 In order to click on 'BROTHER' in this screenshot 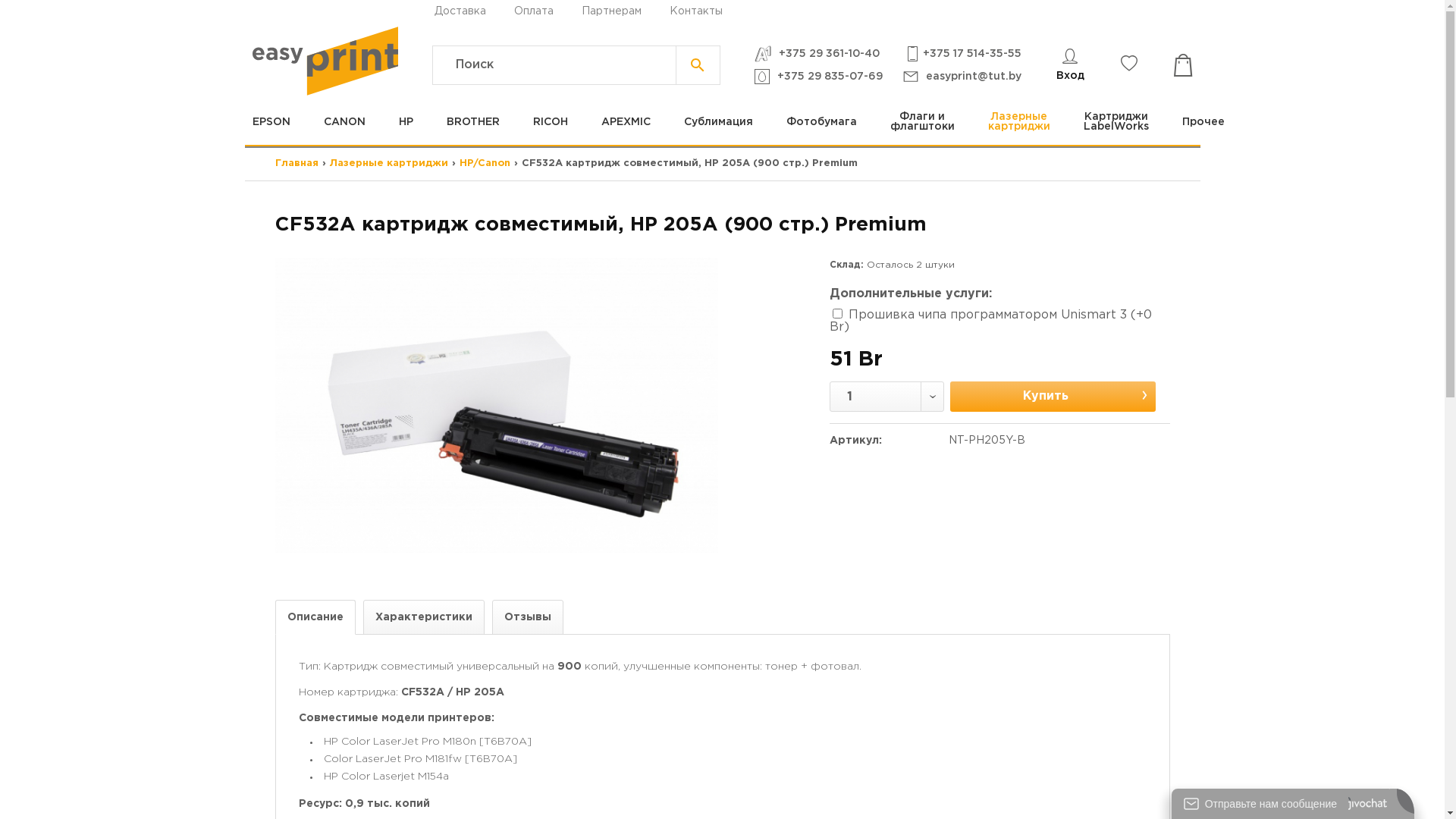, I will do `click(472, 121)`.